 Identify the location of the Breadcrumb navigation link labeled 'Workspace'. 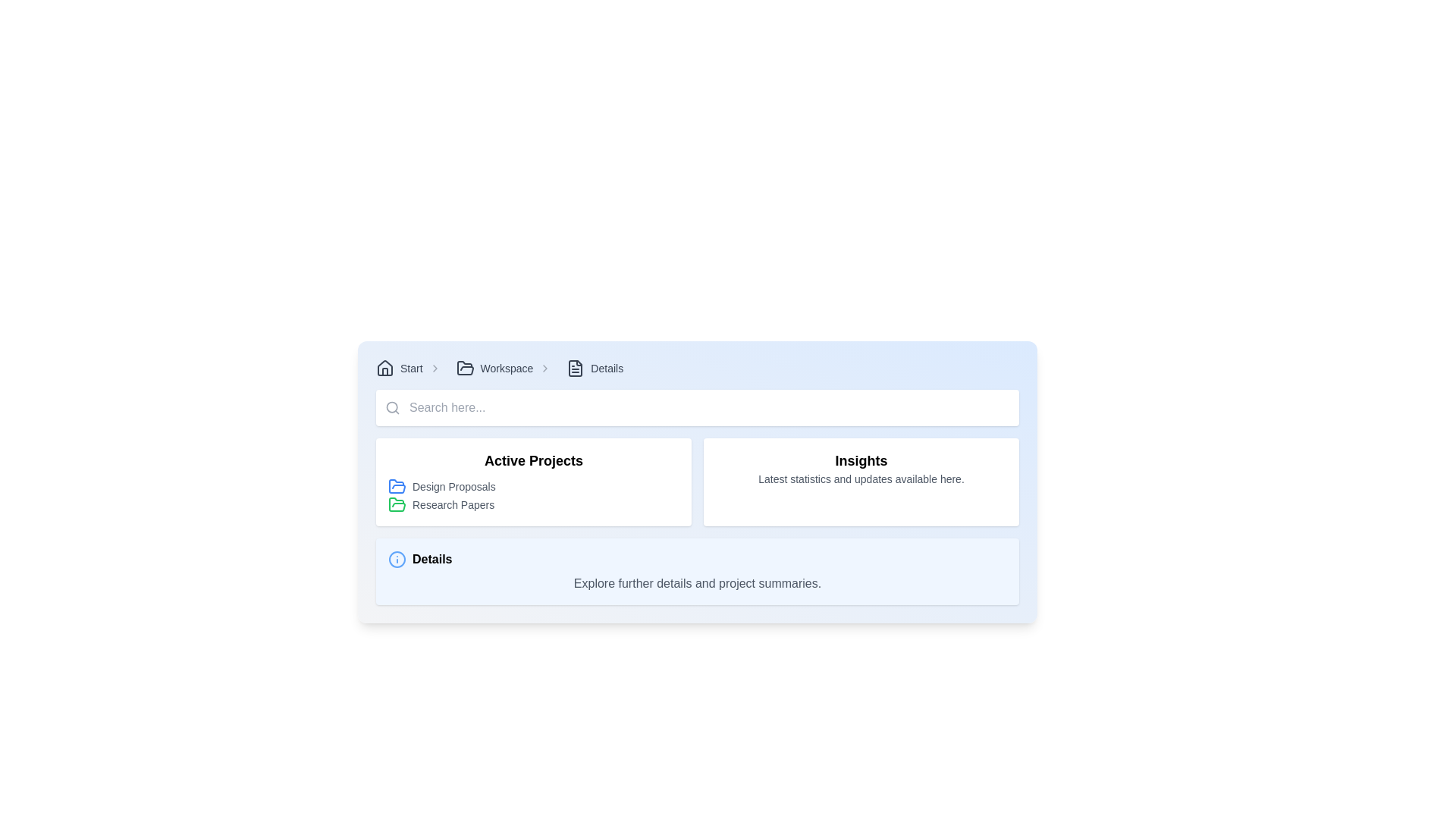
(494, 369).